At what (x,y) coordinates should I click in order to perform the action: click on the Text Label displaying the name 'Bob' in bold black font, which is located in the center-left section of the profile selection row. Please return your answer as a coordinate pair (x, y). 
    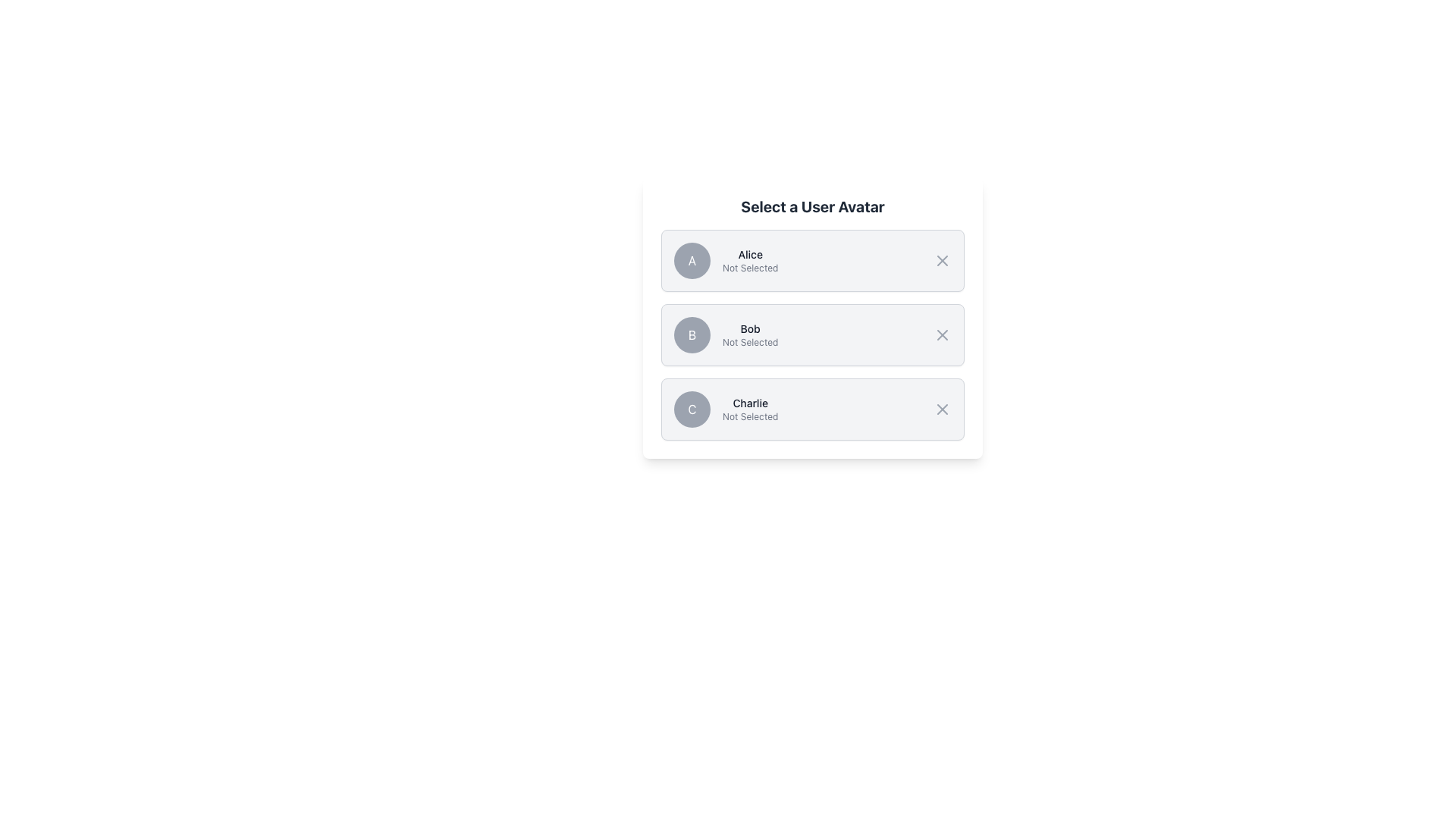
    Looking at the image, I should click on (750, 328).